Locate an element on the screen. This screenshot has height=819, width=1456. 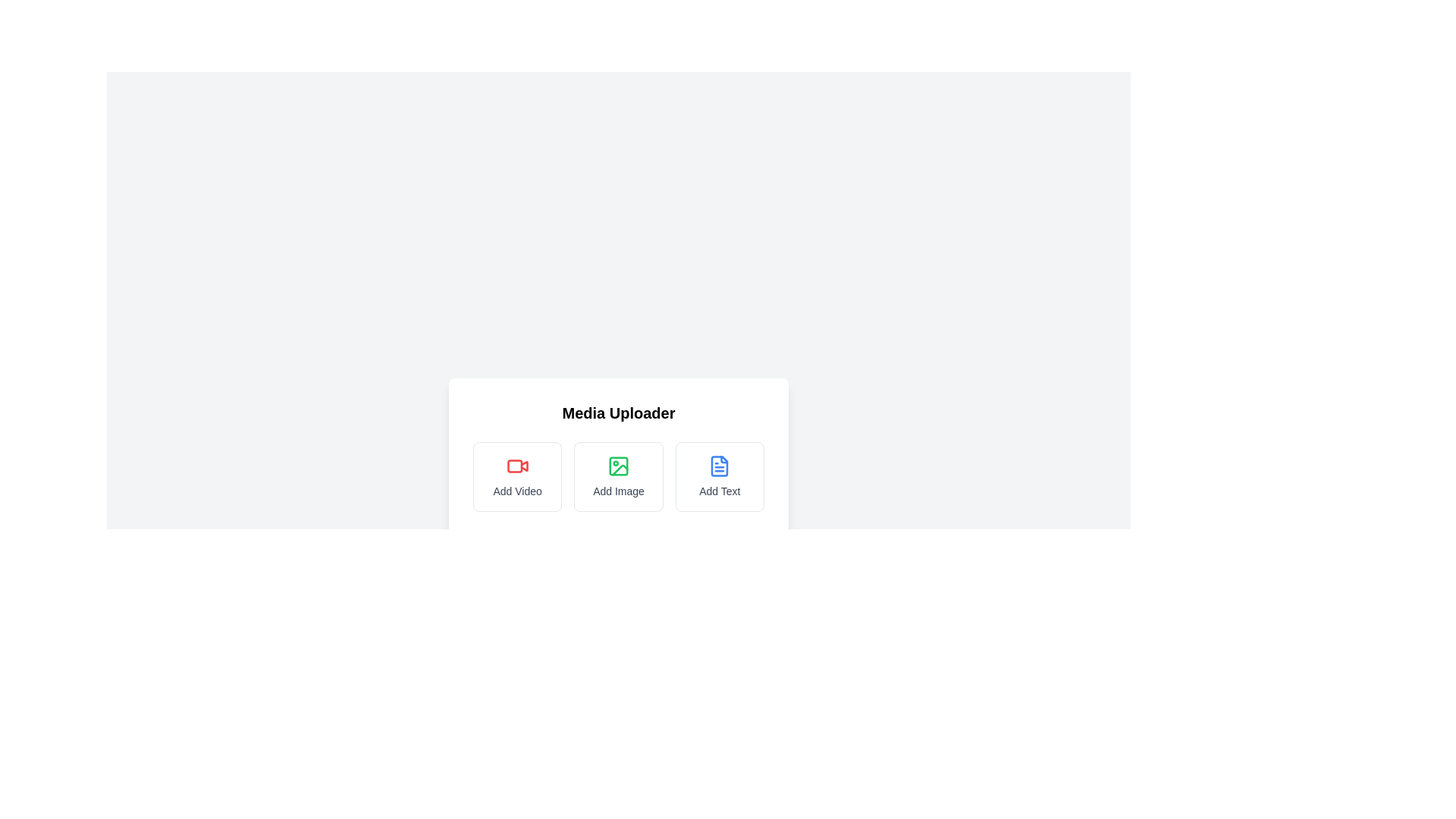
the blue document icon with text lines located in the third clickable button next to the 'Add Text' label beneath the 'Media Uploader' title is located at coordinates (719, 465).